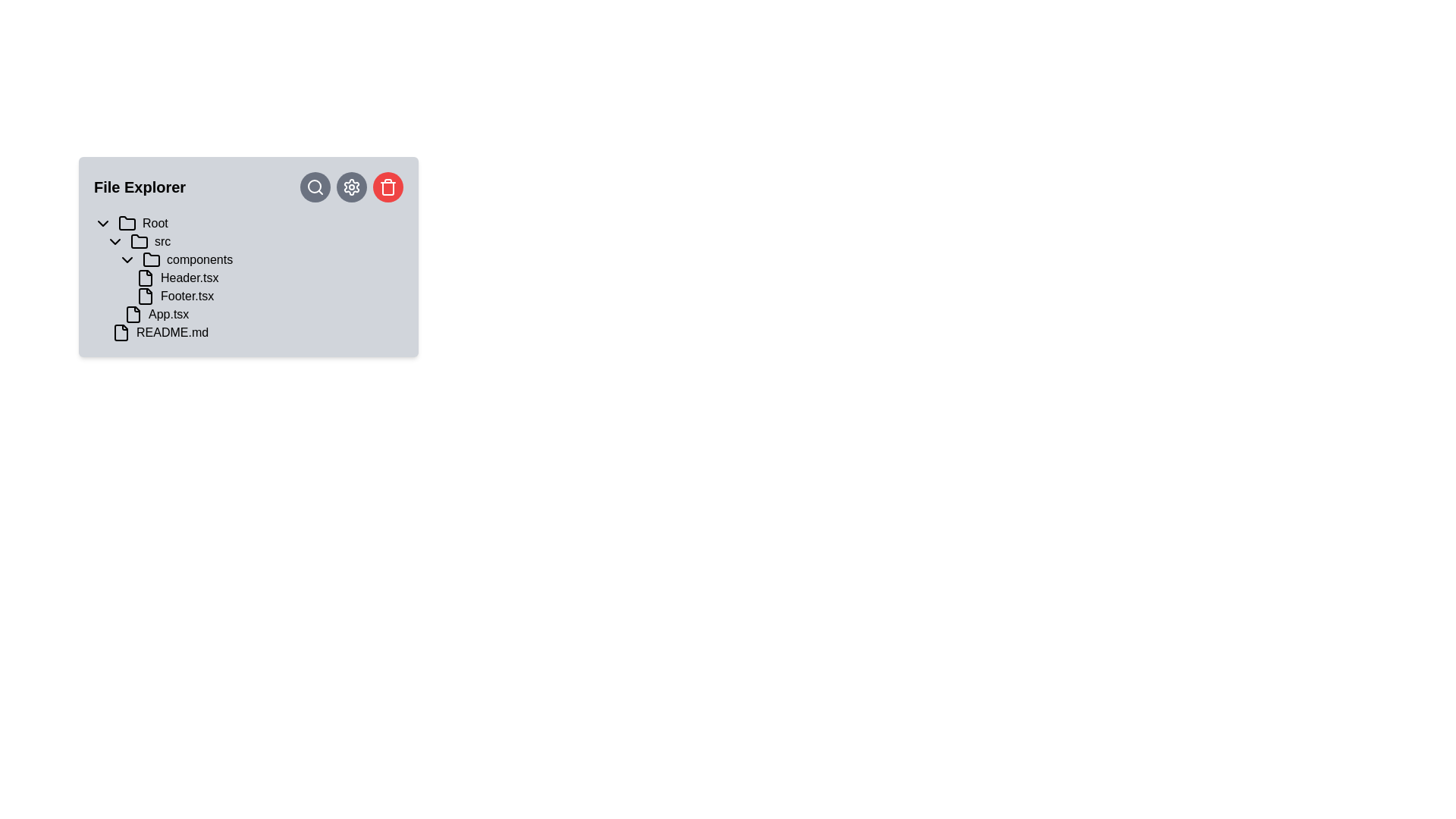 This screenshot has width=1456, height=819. I want to click on the label indicating the 'src' folder, which is located immediately to the right of the folder icon in the file explorer panel, so click(162, 241).